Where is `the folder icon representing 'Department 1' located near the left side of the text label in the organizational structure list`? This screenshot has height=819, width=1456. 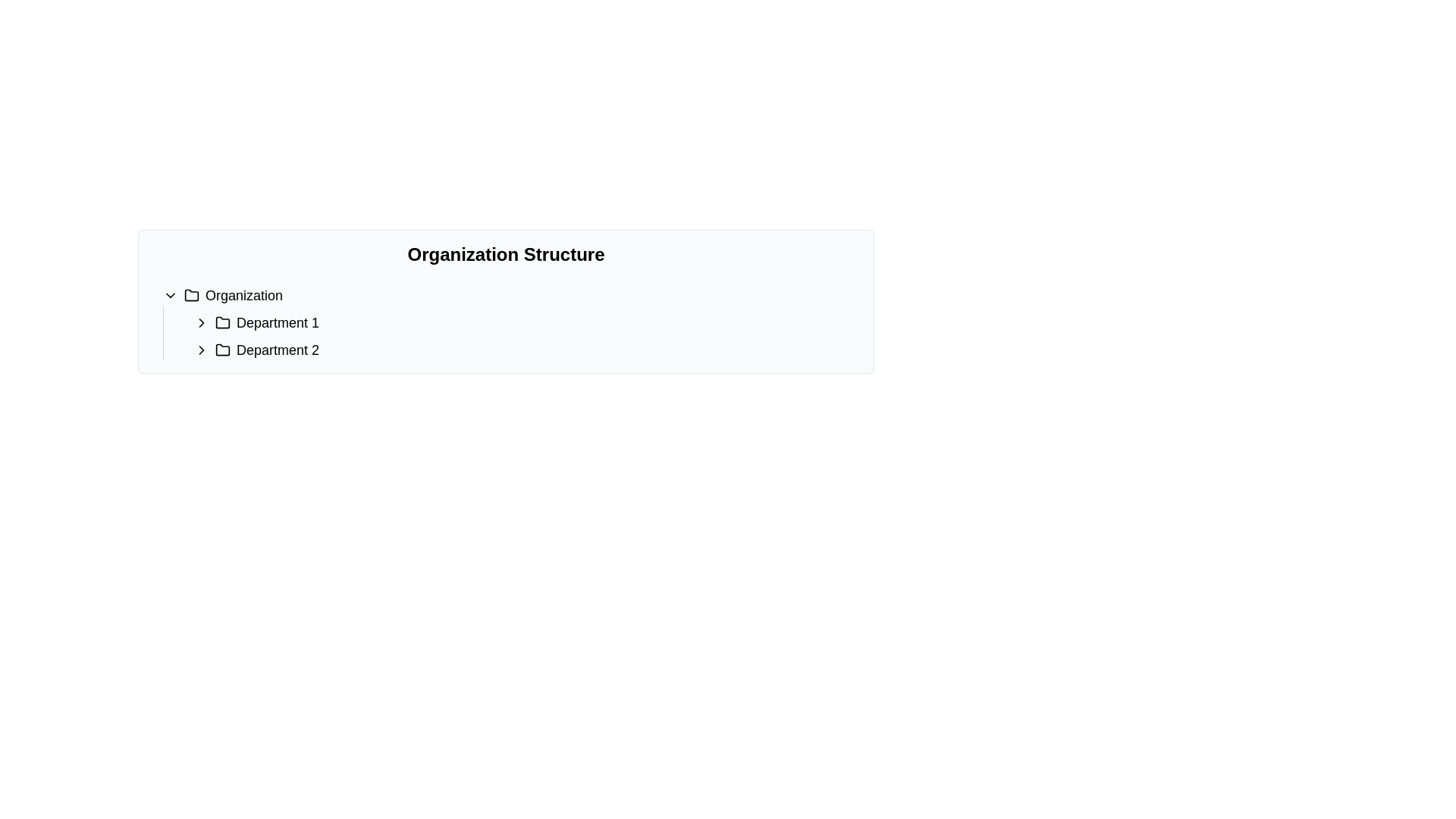 the folder icon representing 'Department 1' located near the left side of the text label in the organizational structure list is located at coordinates (221, 322).